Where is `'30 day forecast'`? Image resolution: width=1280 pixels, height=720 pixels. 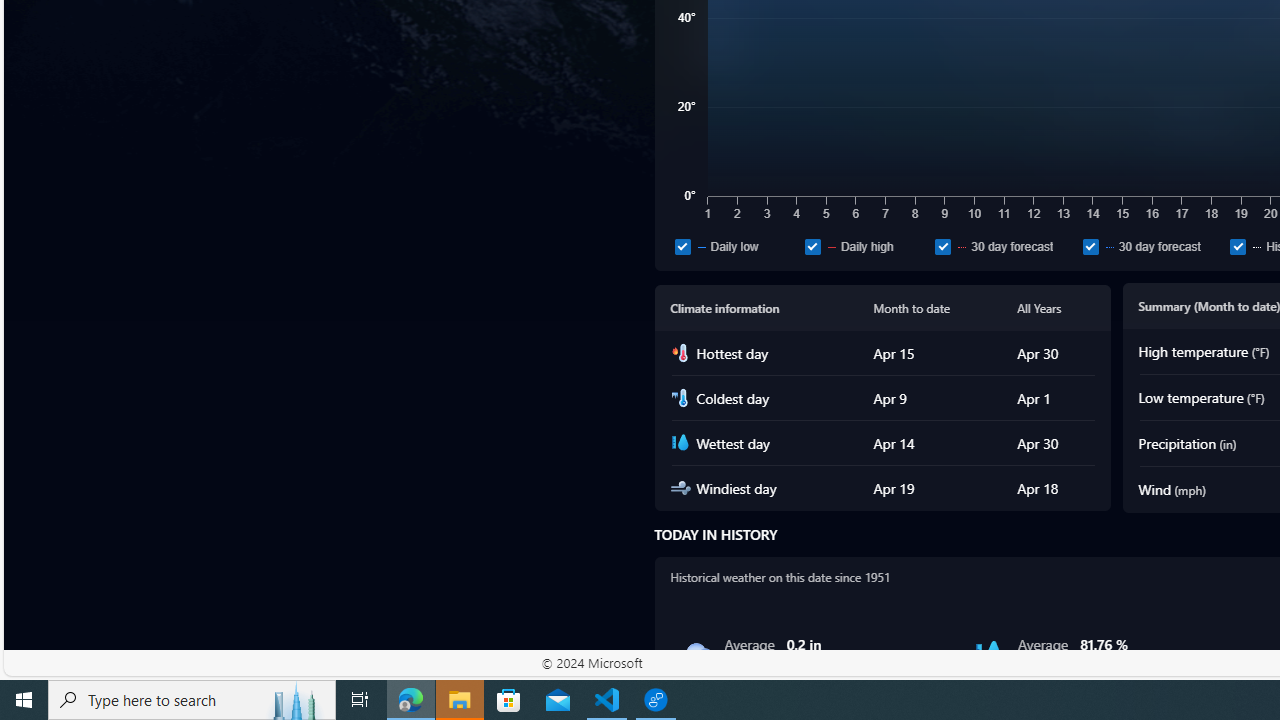 '30 day forecast' is located at coordinates (1152, 245).